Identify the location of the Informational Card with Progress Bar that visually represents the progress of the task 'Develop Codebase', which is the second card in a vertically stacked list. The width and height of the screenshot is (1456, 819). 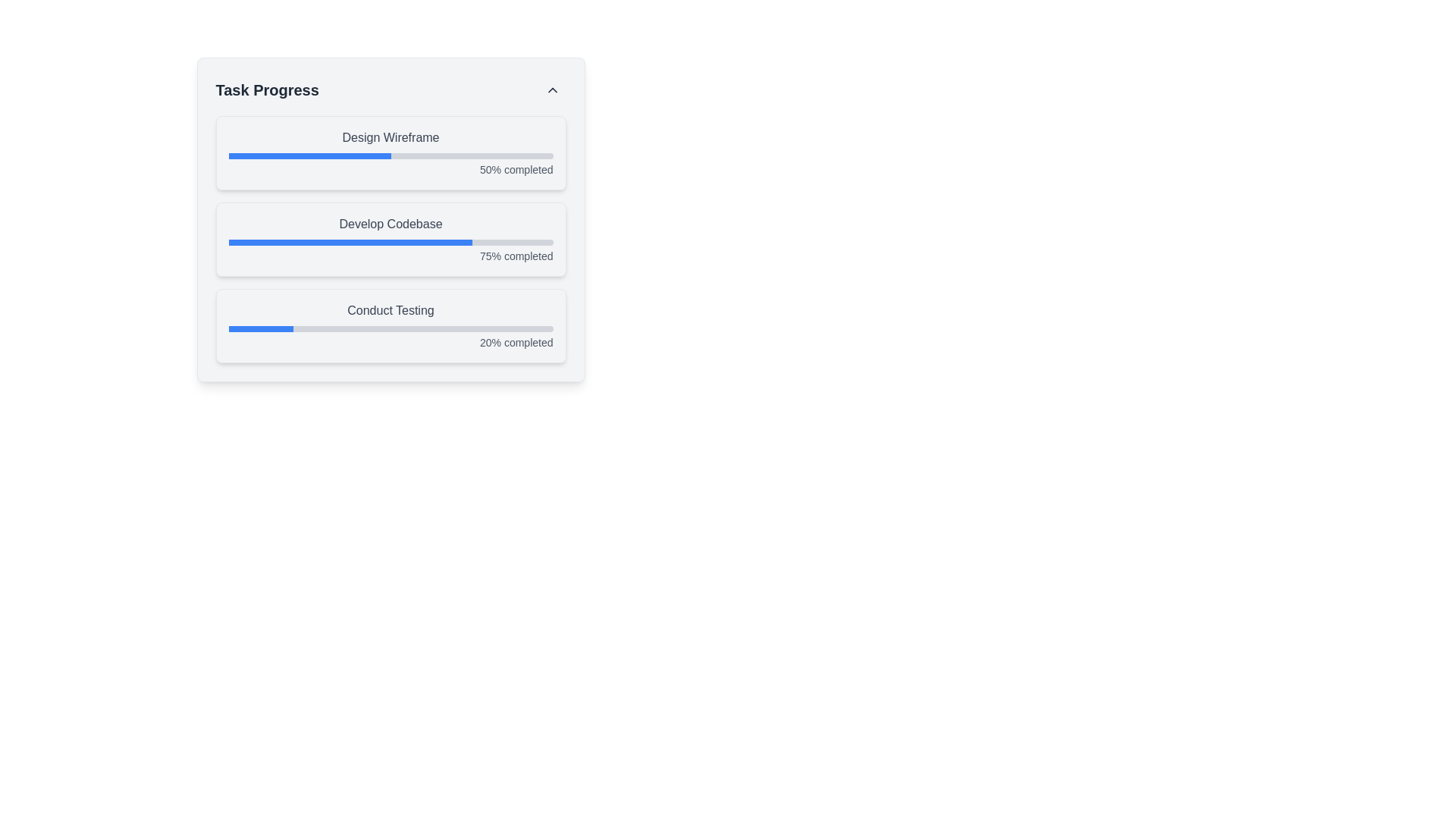
(391, 239).